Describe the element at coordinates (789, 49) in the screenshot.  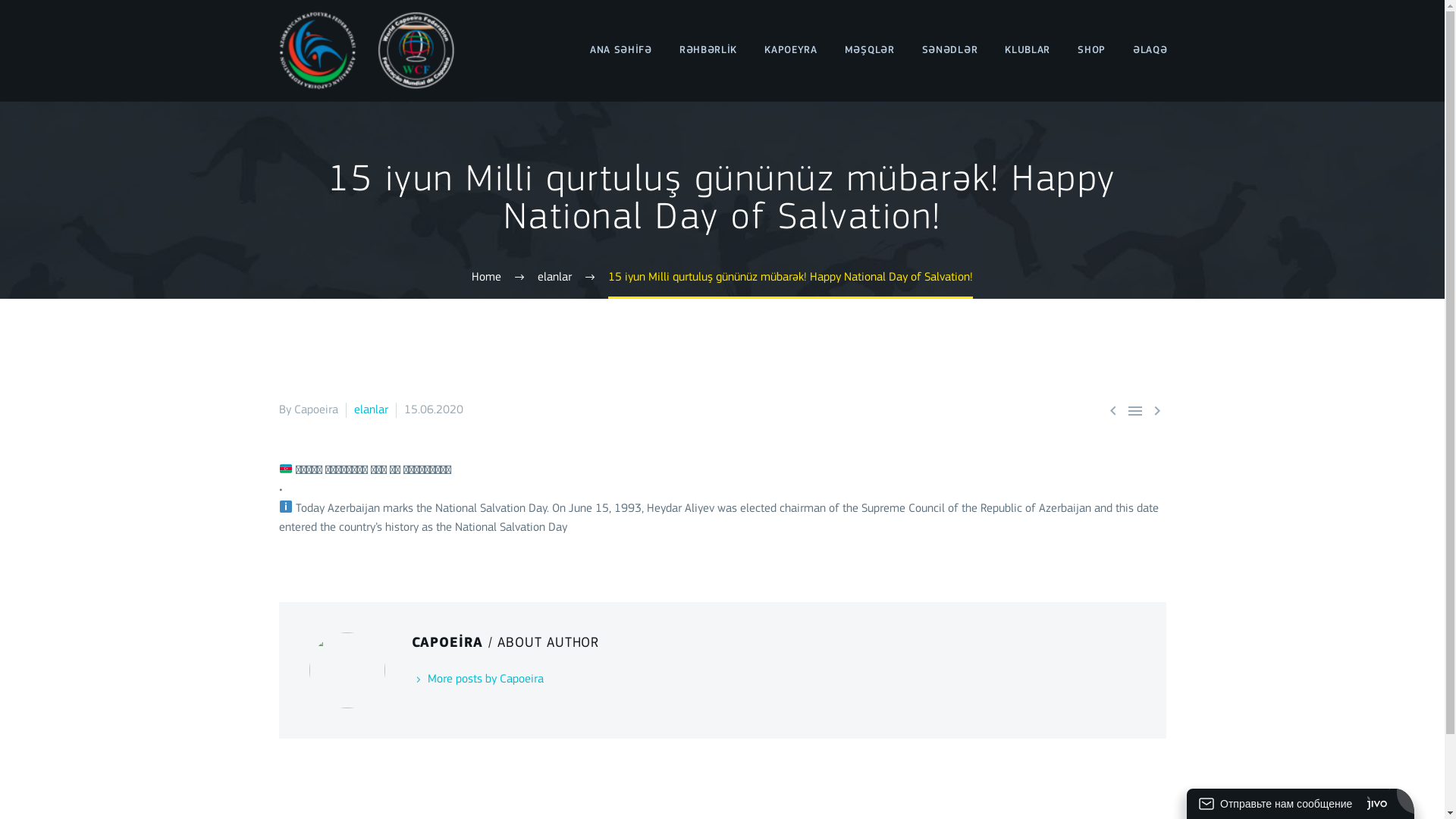
I see `'KAPOEYRA'` at that location.